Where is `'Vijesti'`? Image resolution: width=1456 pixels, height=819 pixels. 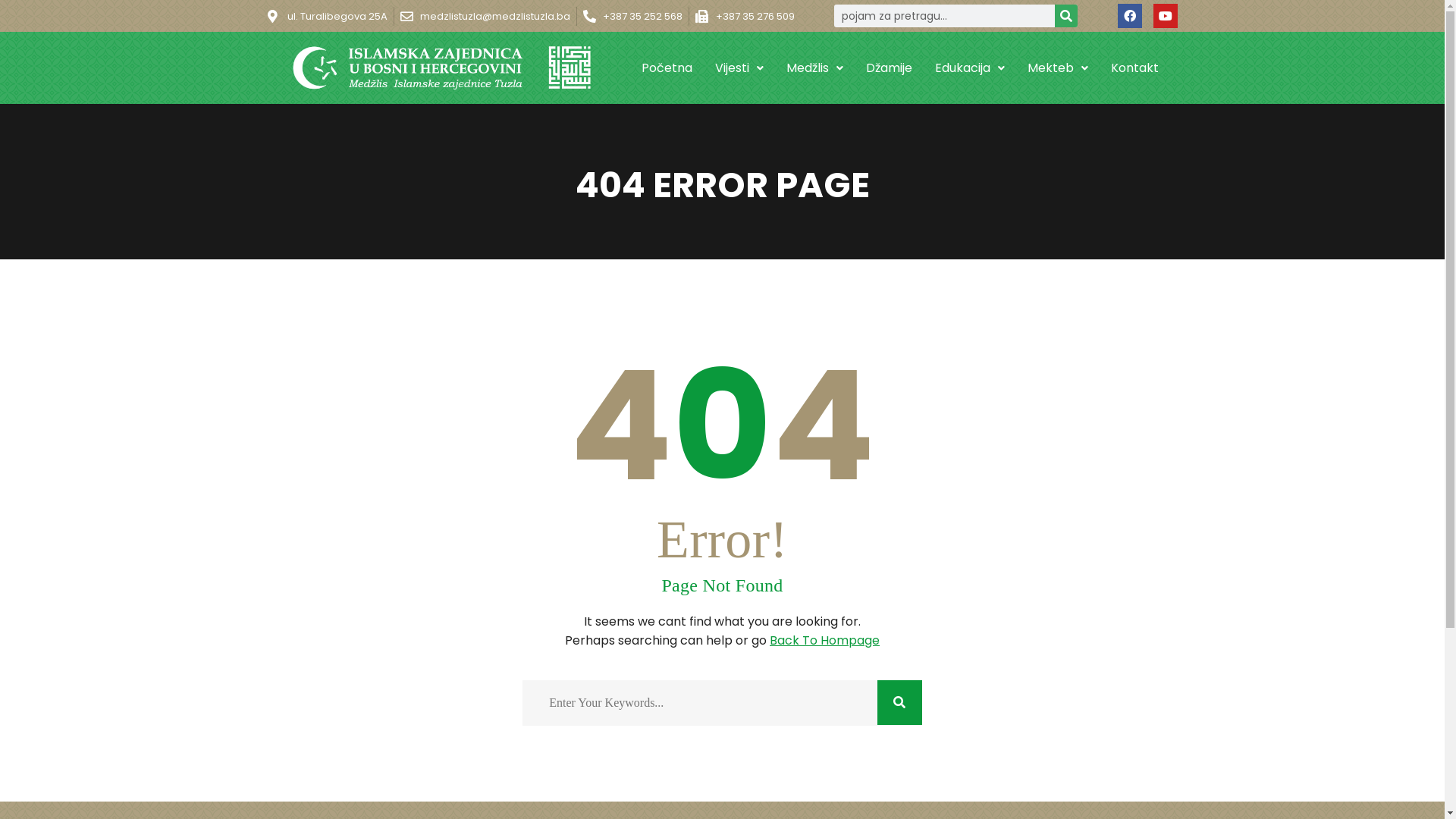
'Vijesti' is located at coordinates (702, 66).